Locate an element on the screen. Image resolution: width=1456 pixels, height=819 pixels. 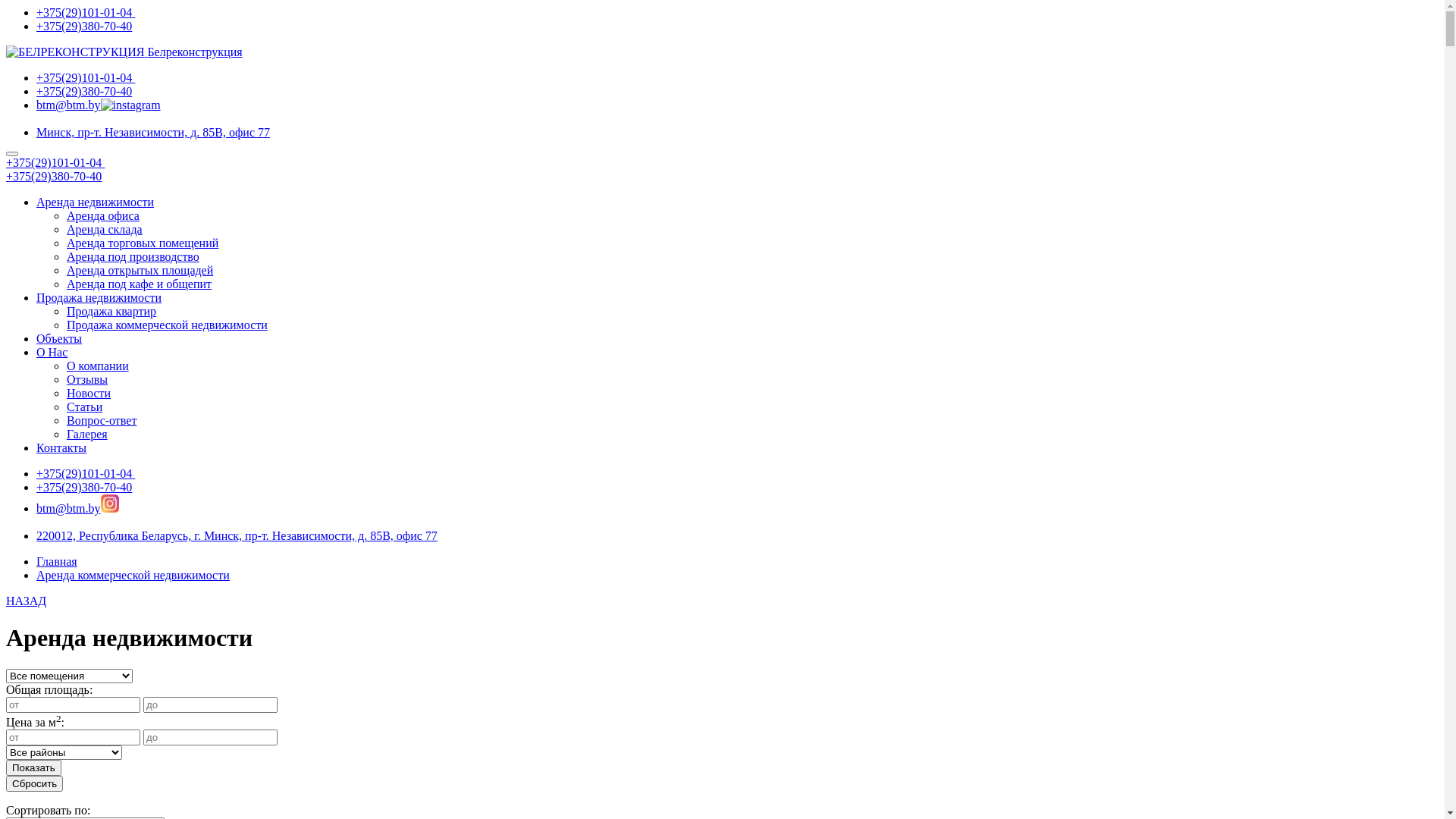
'+375(29)380-70-40' is located at coordinates (83, 487).